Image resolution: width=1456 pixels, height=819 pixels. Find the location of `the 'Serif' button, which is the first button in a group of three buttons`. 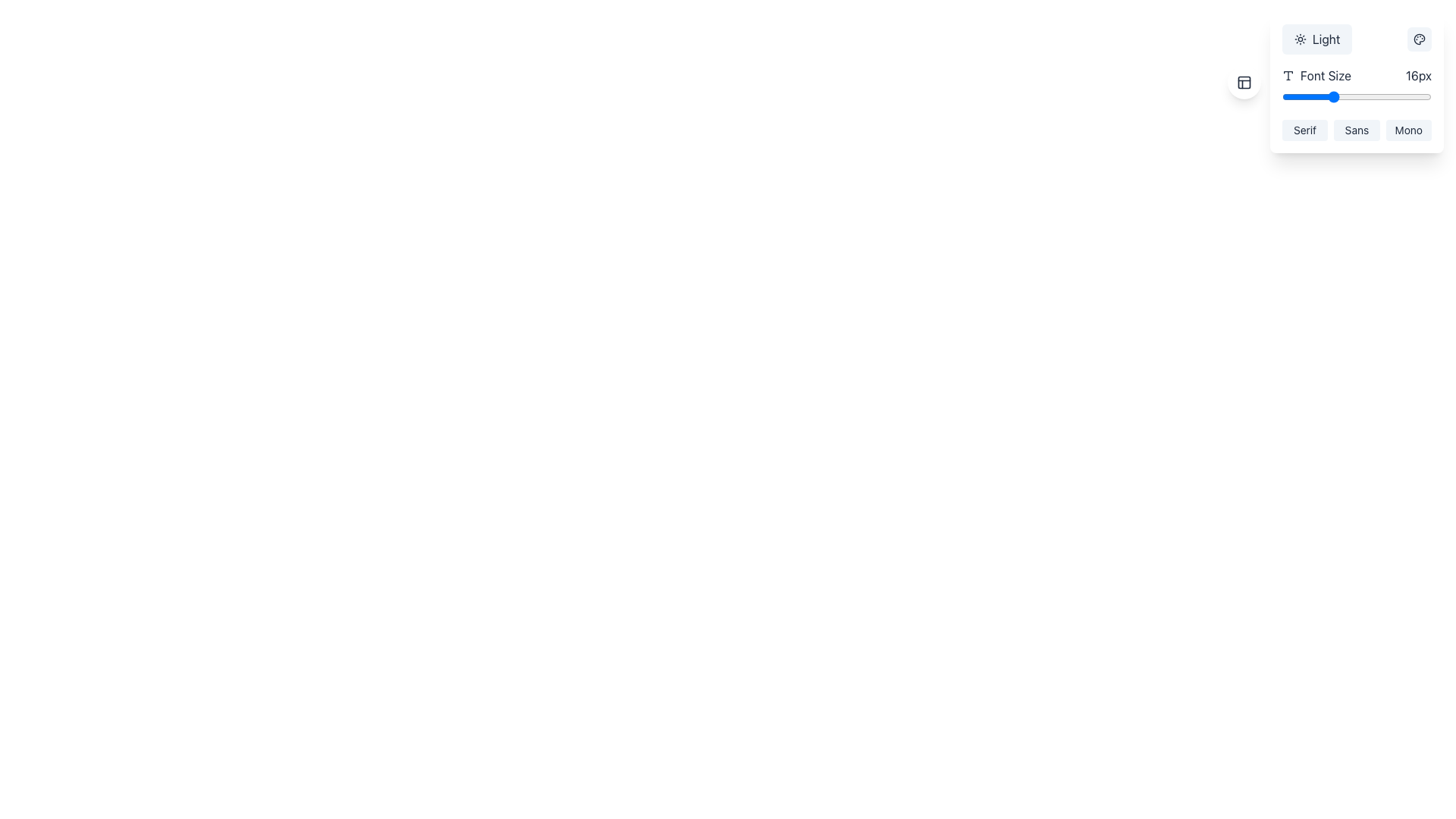

the 'Serif' button, which is the first button in a group of three buttons is located at coordinates (1304, 130).